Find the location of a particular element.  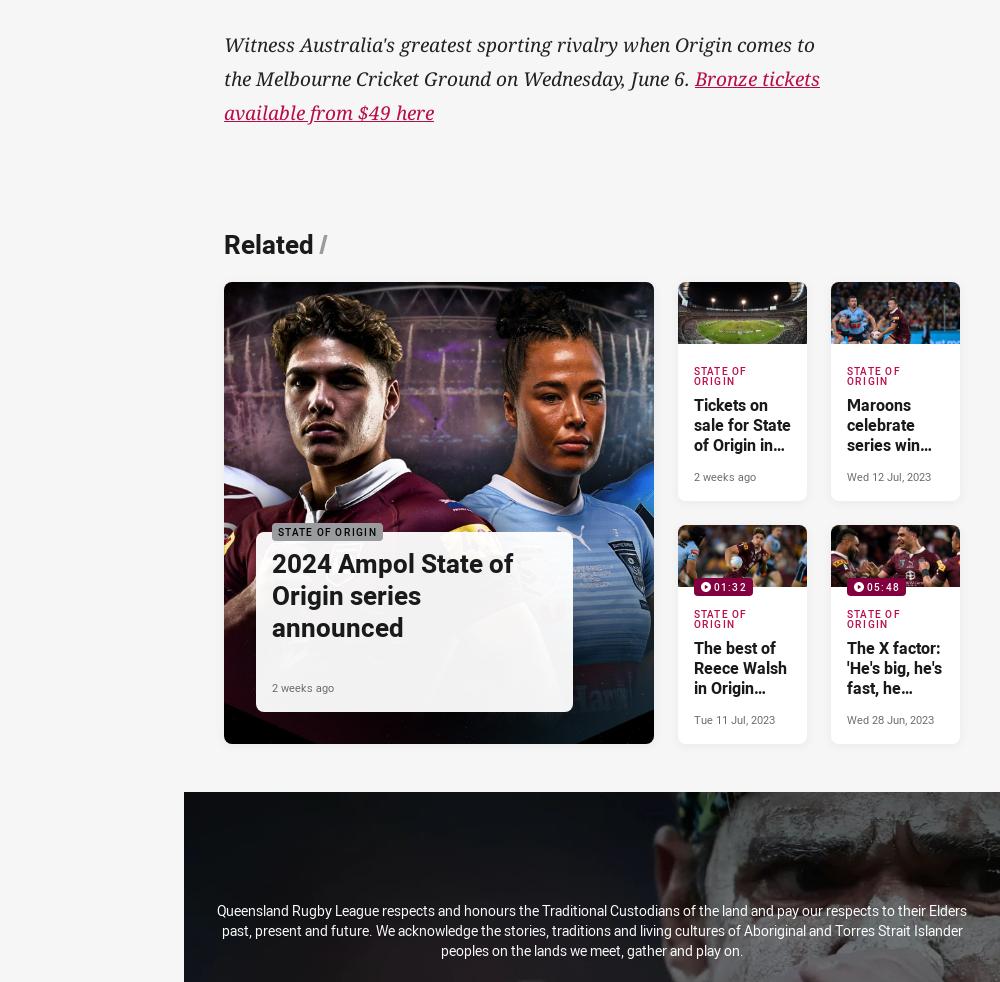

'The best of Reece Walsh in Origin 2023' is located at coordinates (738, 676).